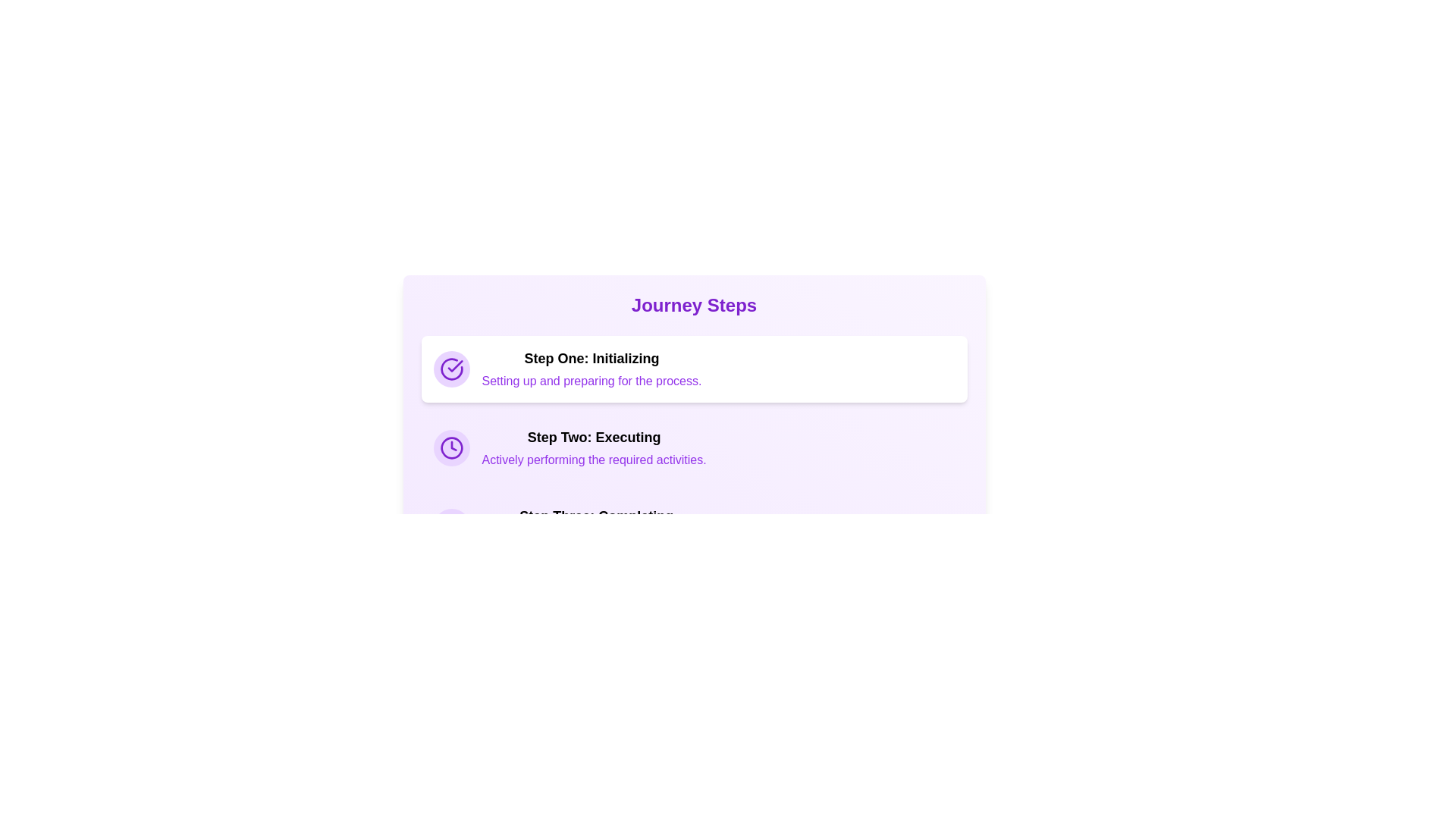 The image size is (1456, 819). Describe the element at coordinates (591, 369) in the screenshot. I see `the text content in the first card of the 'Journey Steps' section to trigger tooltips` at that location.